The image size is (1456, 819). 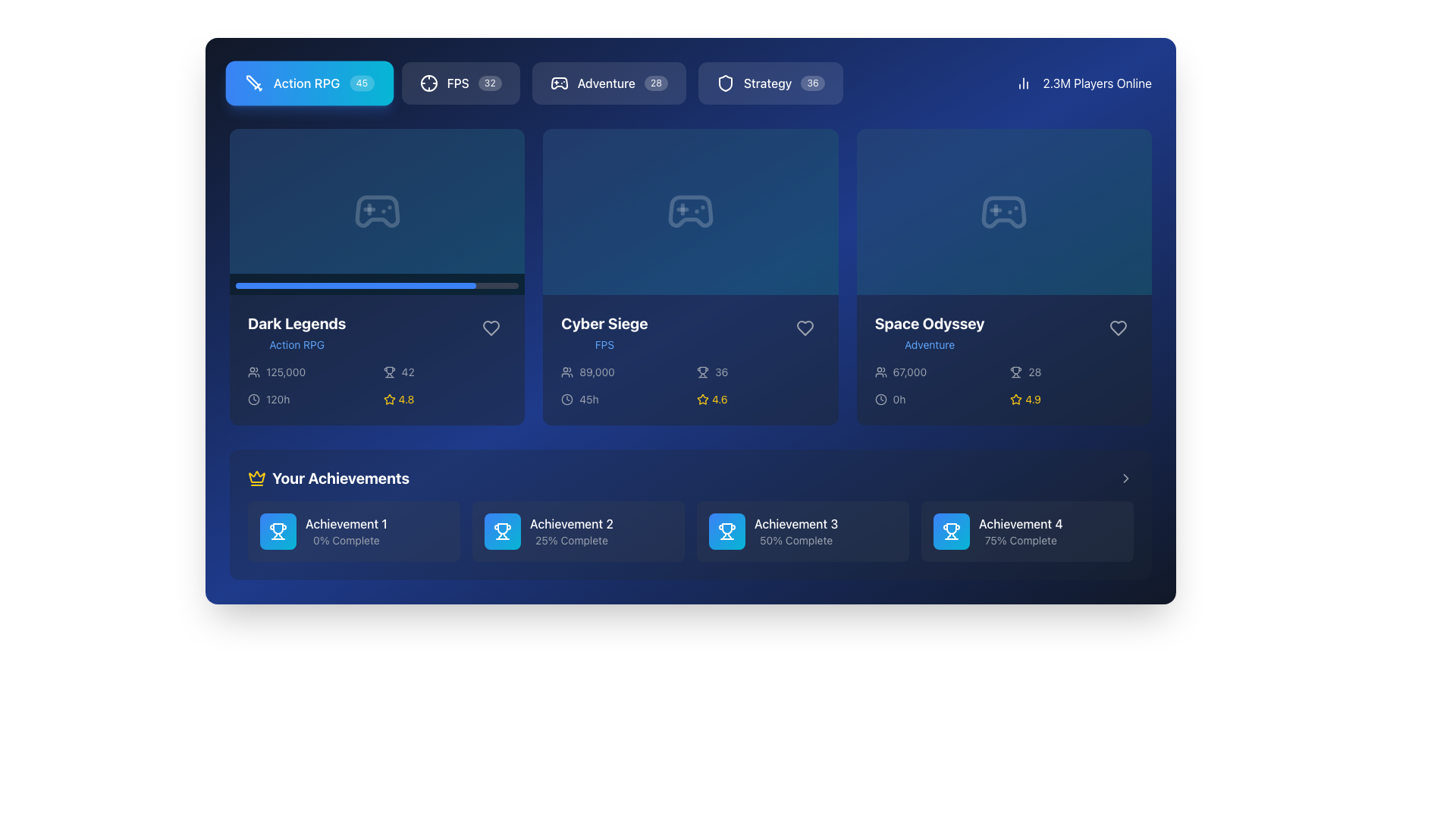 I want to click on displayed text '2.3M Players Online' from the white text label located in the top-right corner of the interface, which has a dark blue background and is positioned next to an icon, so click(x=1097, y=83).